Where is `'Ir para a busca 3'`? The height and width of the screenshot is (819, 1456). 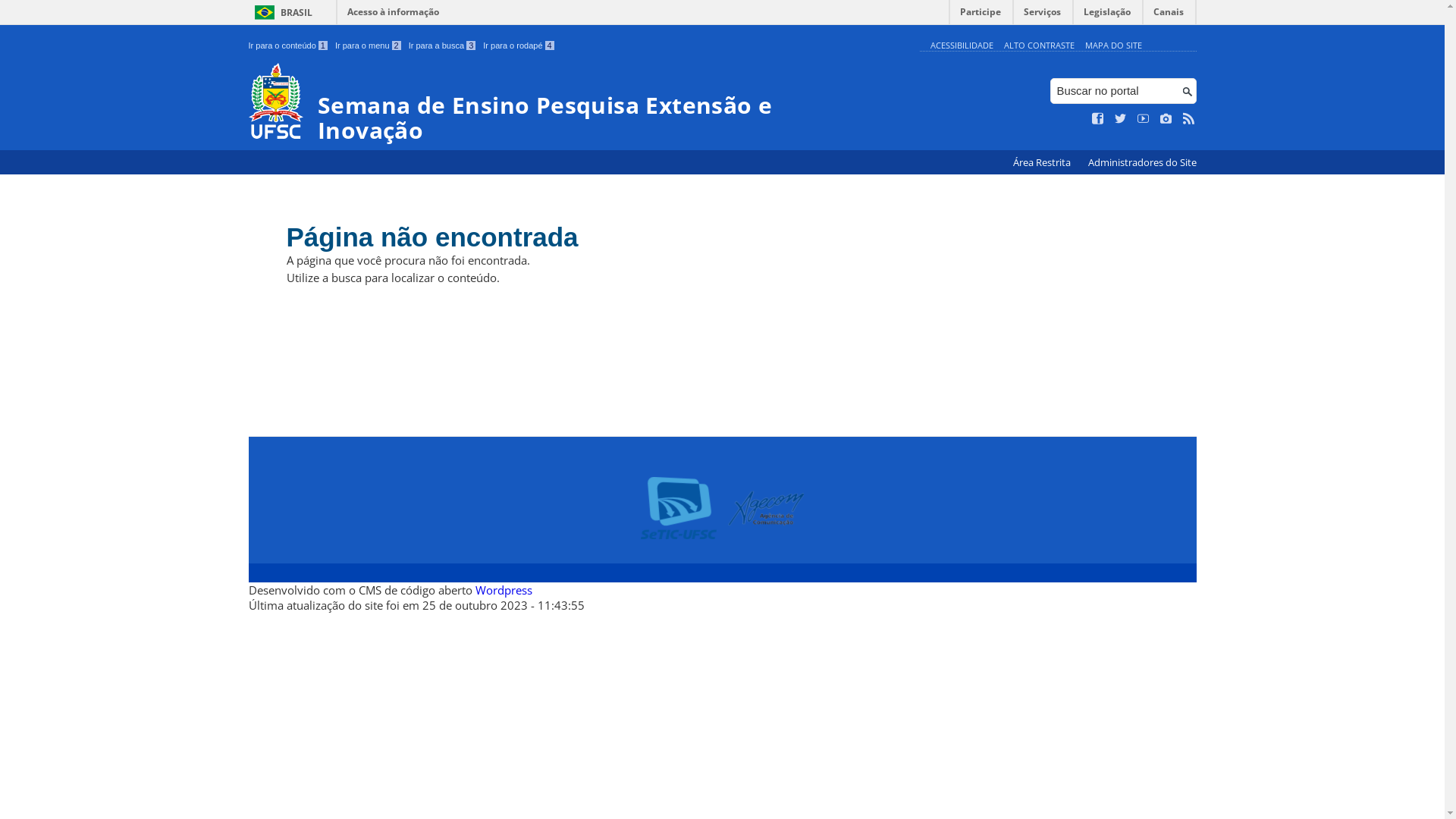 'Ir para a busca 3' is located at coordinates (441, 45).